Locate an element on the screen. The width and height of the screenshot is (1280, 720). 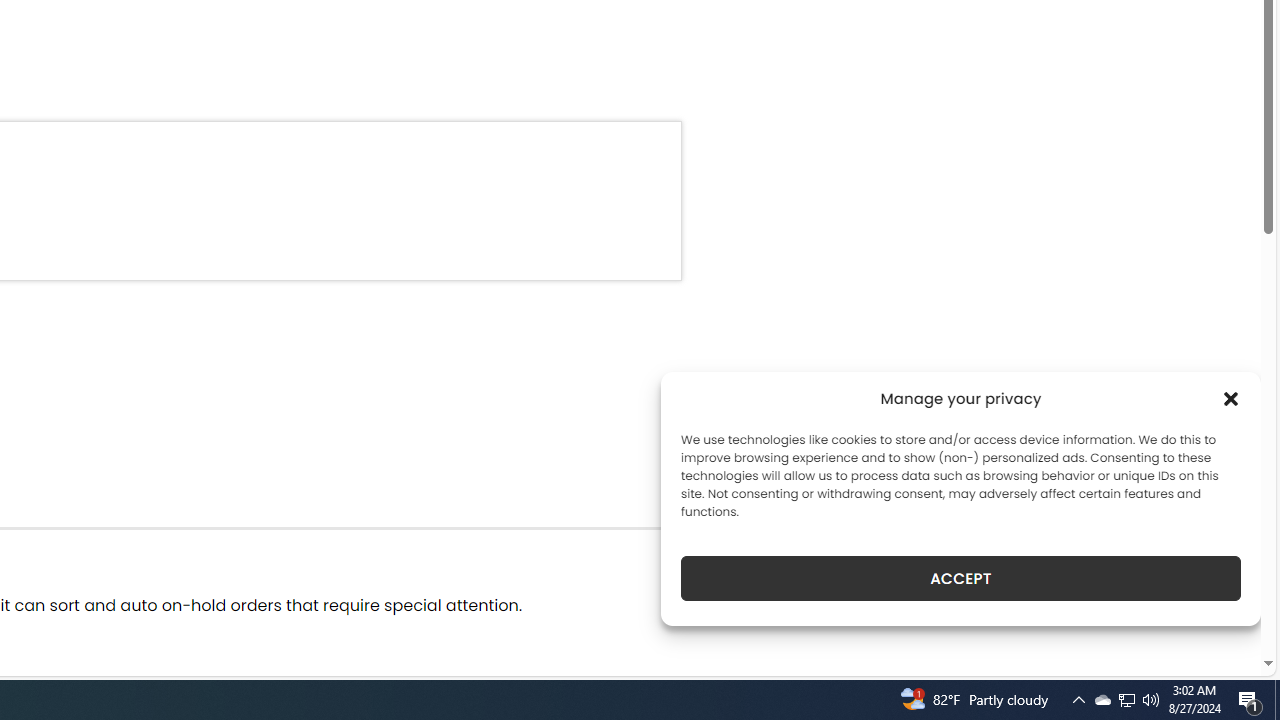
'ACCEPT' is located at coordinates (961, 578).